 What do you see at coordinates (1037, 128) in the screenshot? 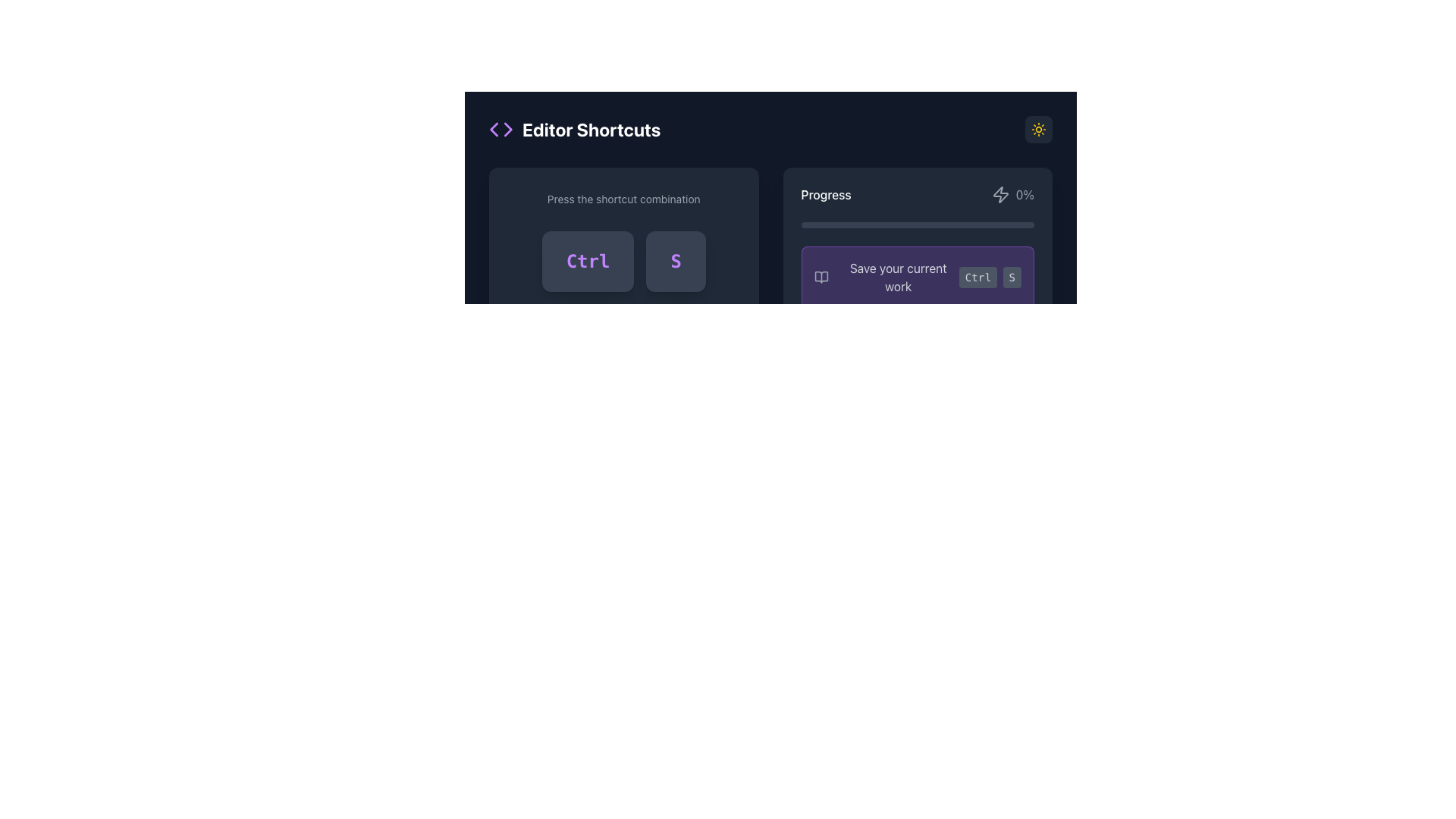
I see `the sun icon located near the top-right corner of the interface` at bounding box center [1037, 128].